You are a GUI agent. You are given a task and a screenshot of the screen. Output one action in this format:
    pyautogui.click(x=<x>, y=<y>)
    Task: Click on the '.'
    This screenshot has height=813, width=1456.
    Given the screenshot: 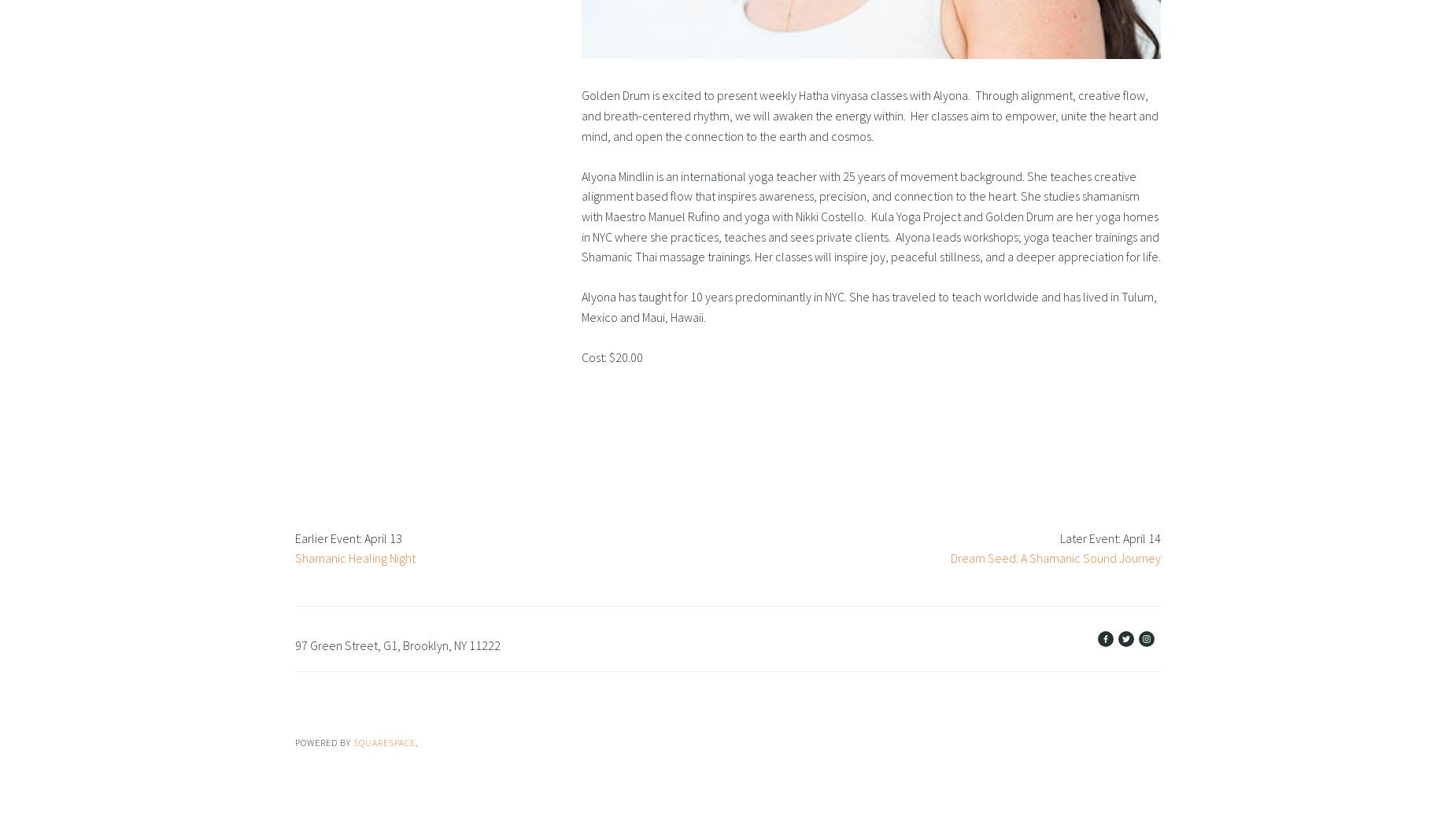 What is the action you would take?
    pyautogui.click(x=415, y=741)
    